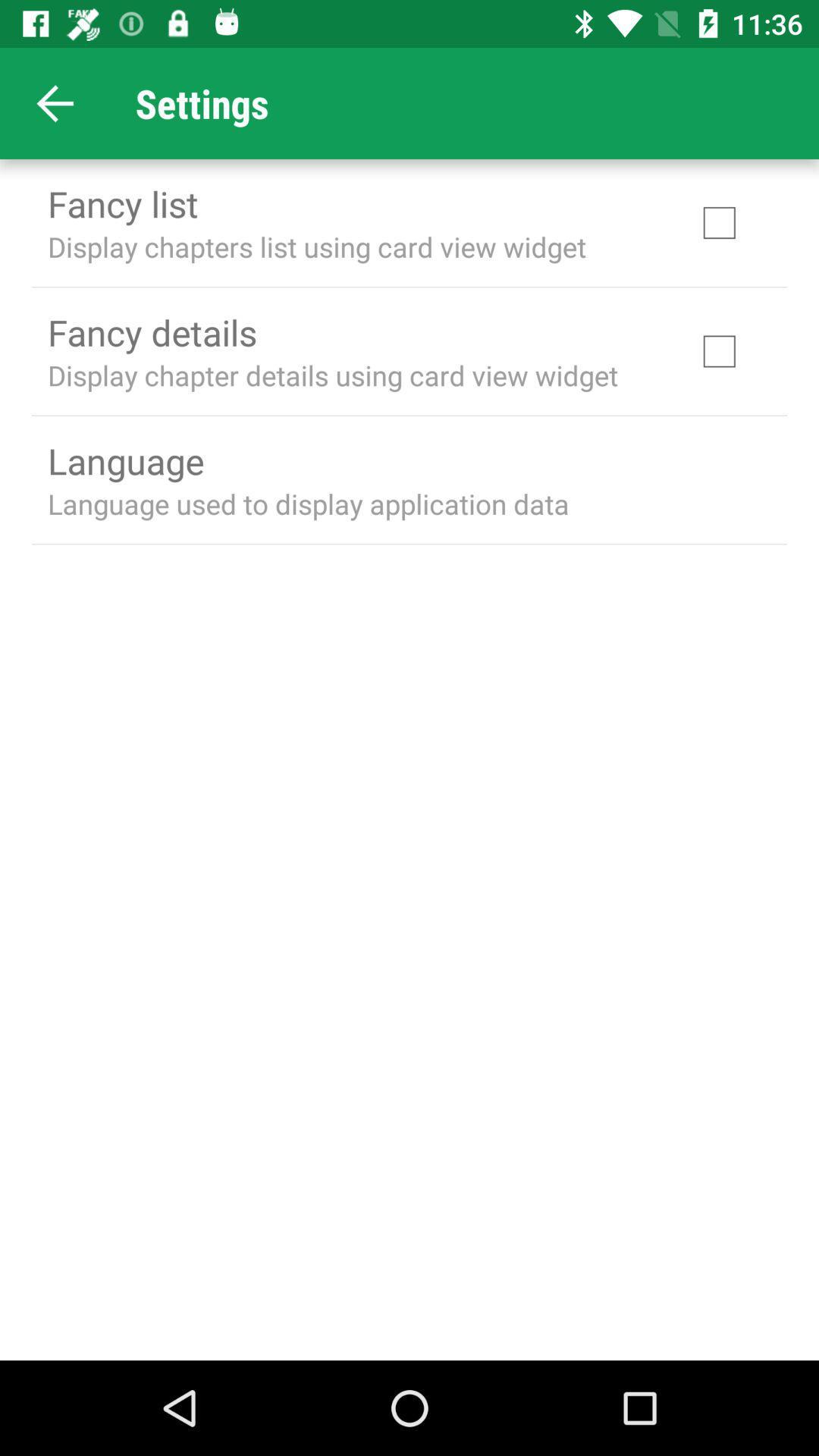 This screenshot has height=1456, width=819. What do you see at coordinates (55, 102) in the screenshot?
I see `item next to settings` at bounding box center [55, 102].